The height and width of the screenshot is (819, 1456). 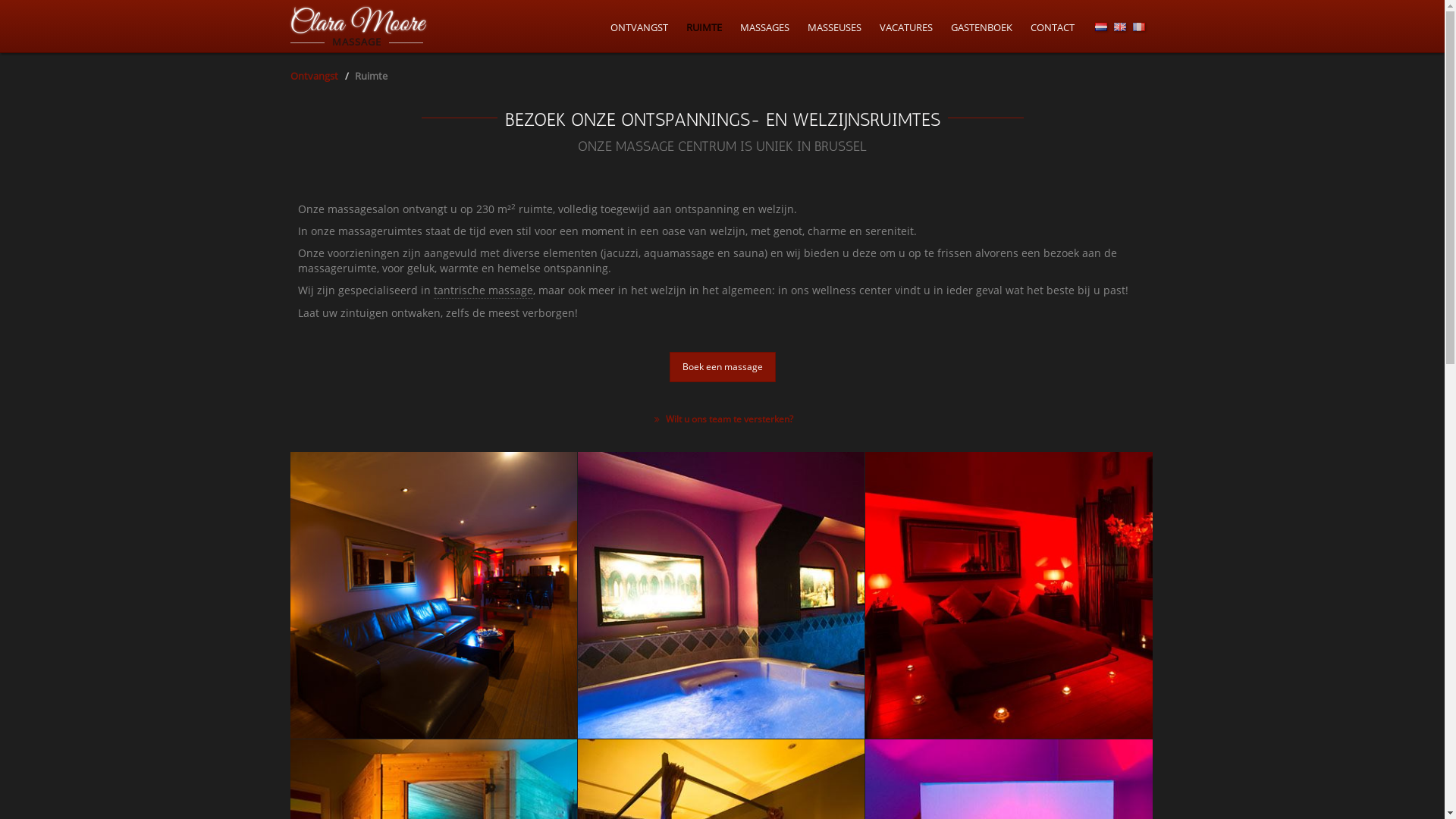 What do you see at coordinates (1051, 27) in the screenshot?
I see `'CONTACT'` at bounding box center [1051, 27].